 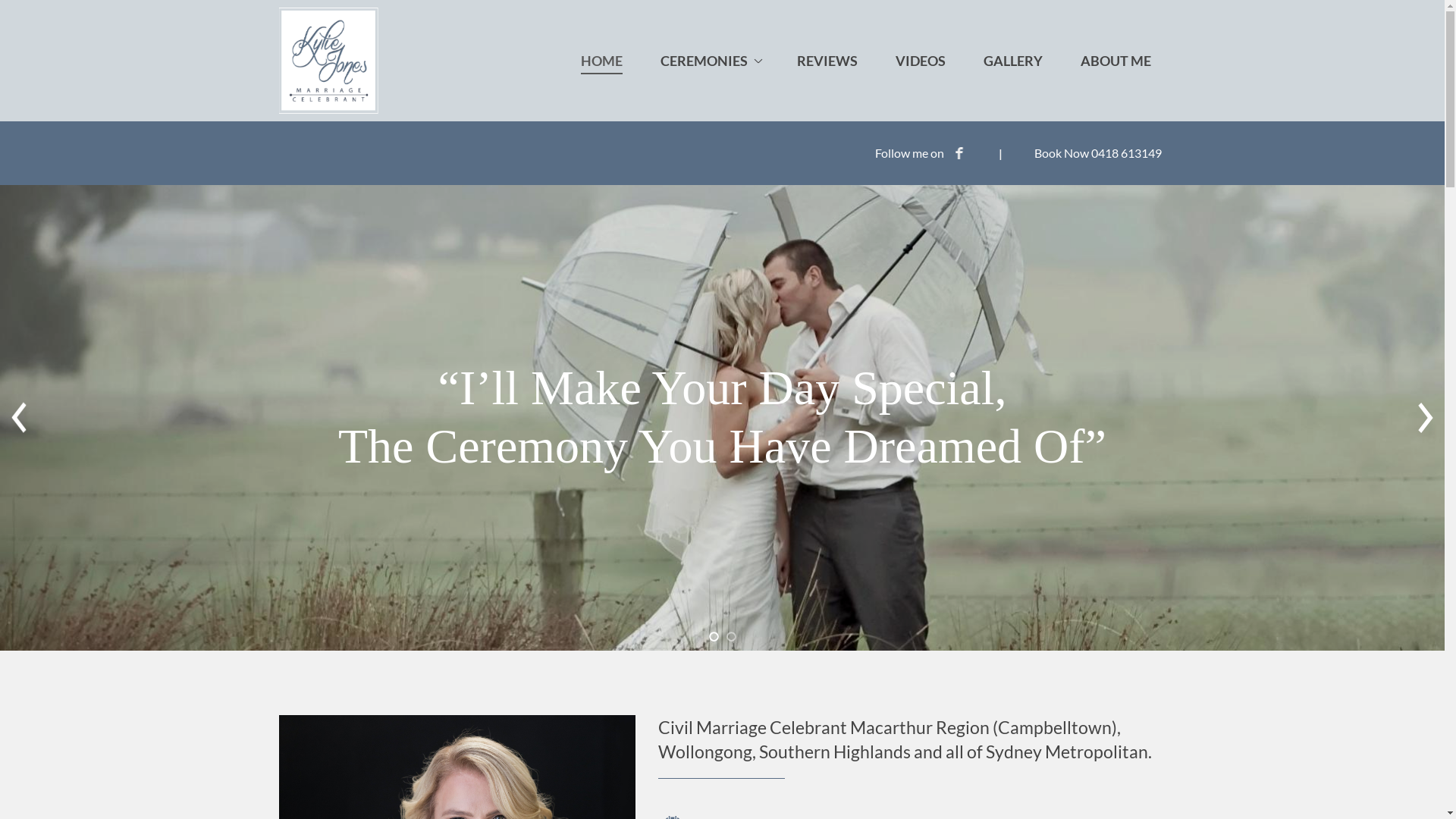 I want to click on 'VIDEOS', so click(x=919, y=60).